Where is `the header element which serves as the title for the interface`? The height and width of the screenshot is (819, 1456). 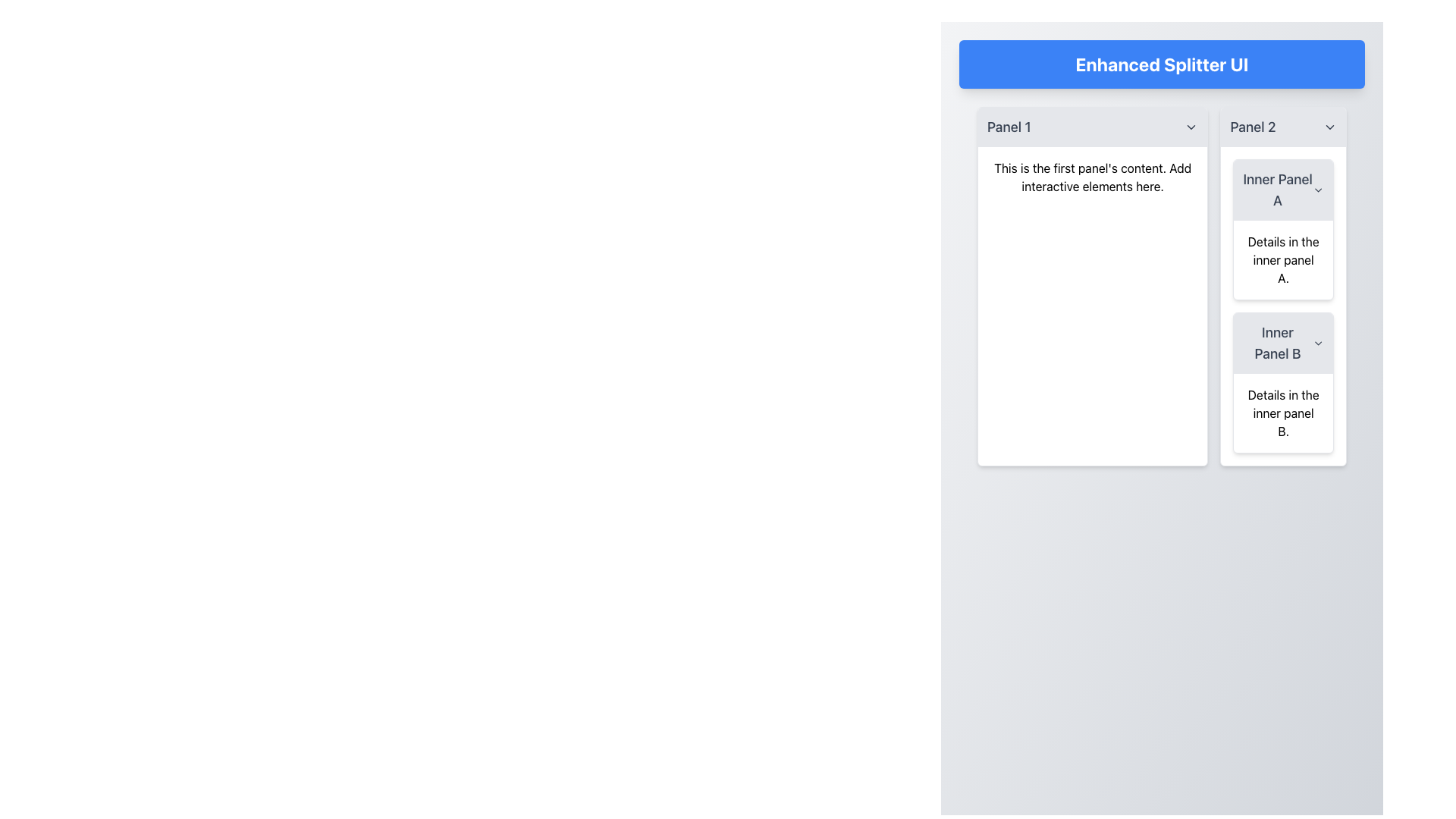
the header element which serves as the title for the interface is located at coordinates (1161, 63).